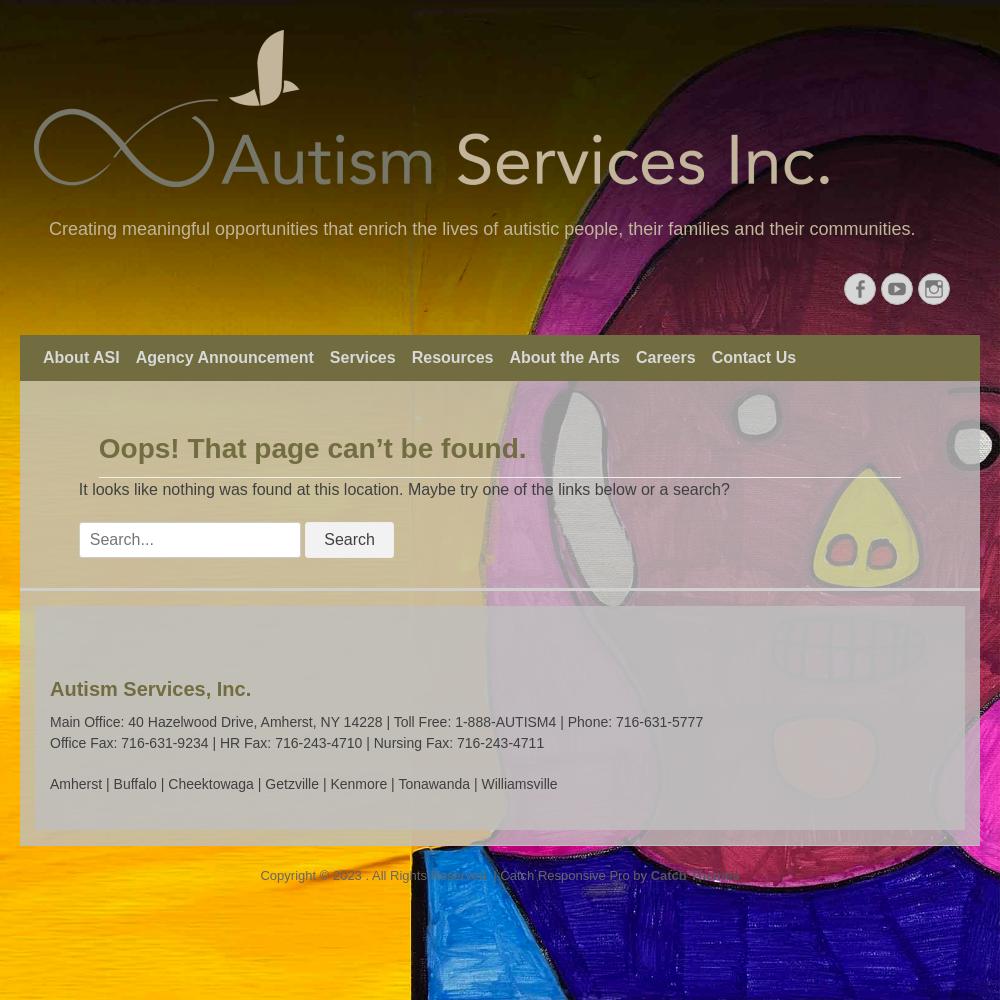 The height and width of the screenshot is (1000, 1000). Describe the element at coordinates (507, 875) in the screenshot. I see `'. All Rights Reserved.  | Catch Responsive Pro by'` at that location.